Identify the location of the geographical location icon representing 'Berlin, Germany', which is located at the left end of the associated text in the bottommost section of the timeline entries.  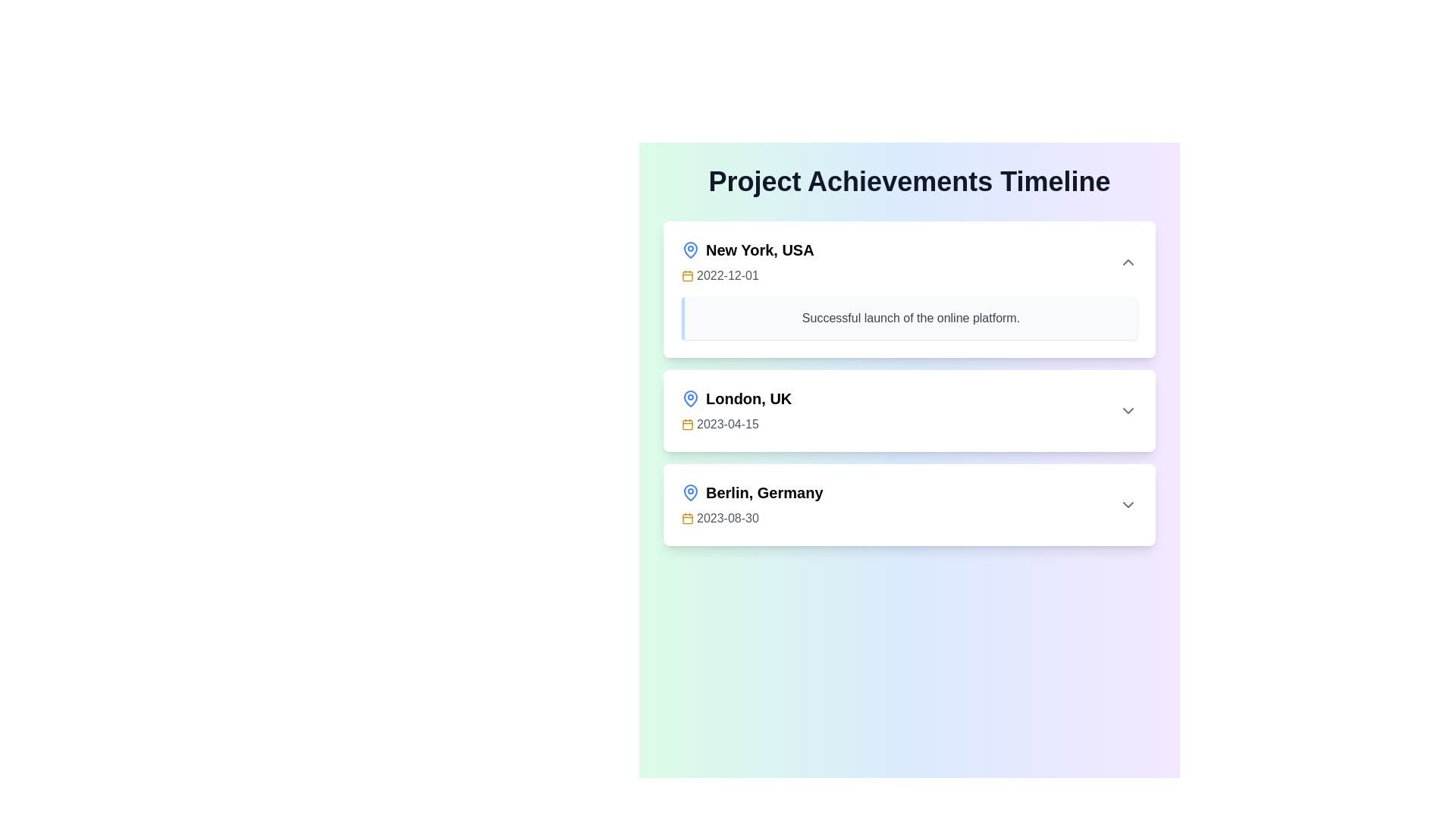
(690, 493).